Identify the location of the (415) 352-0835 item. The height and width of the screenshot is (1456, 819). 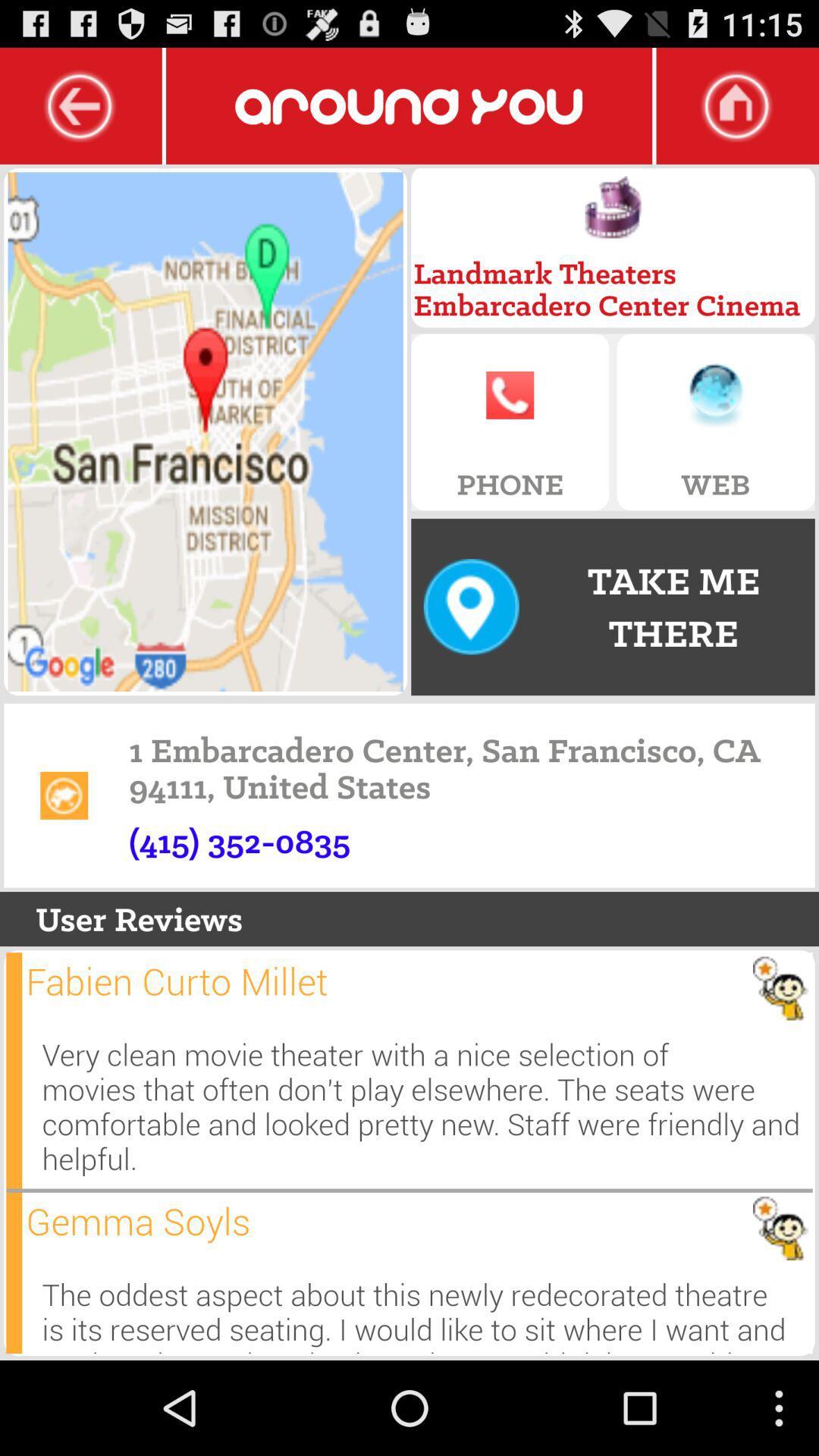
(239, 840).